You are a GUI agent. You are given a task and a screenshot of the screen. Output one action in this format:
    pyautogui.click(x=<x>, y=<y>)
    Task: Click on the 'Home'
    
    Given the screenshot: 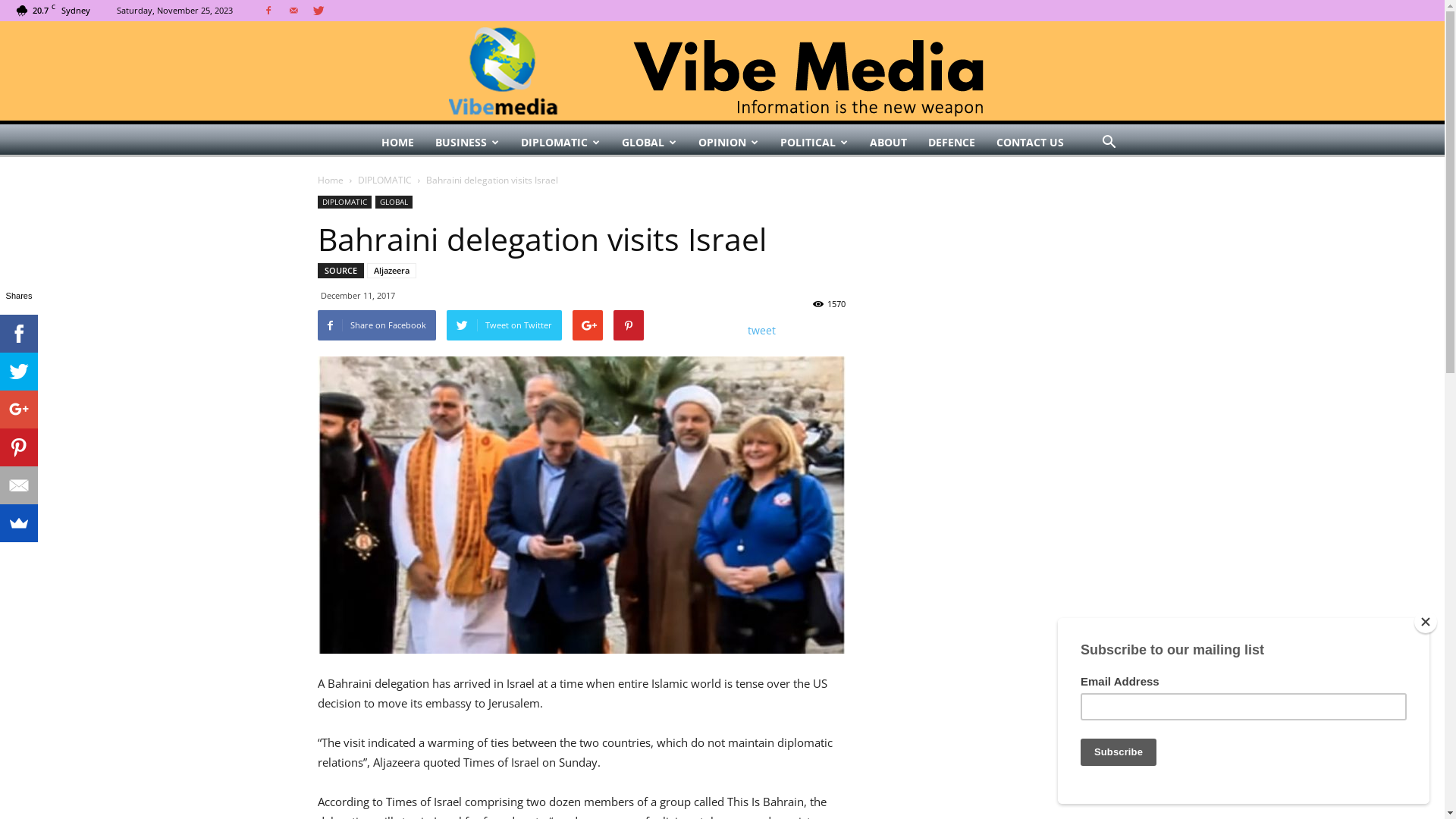 What is the action you would take?
    pyautogui.click(x=329, y=179)
    